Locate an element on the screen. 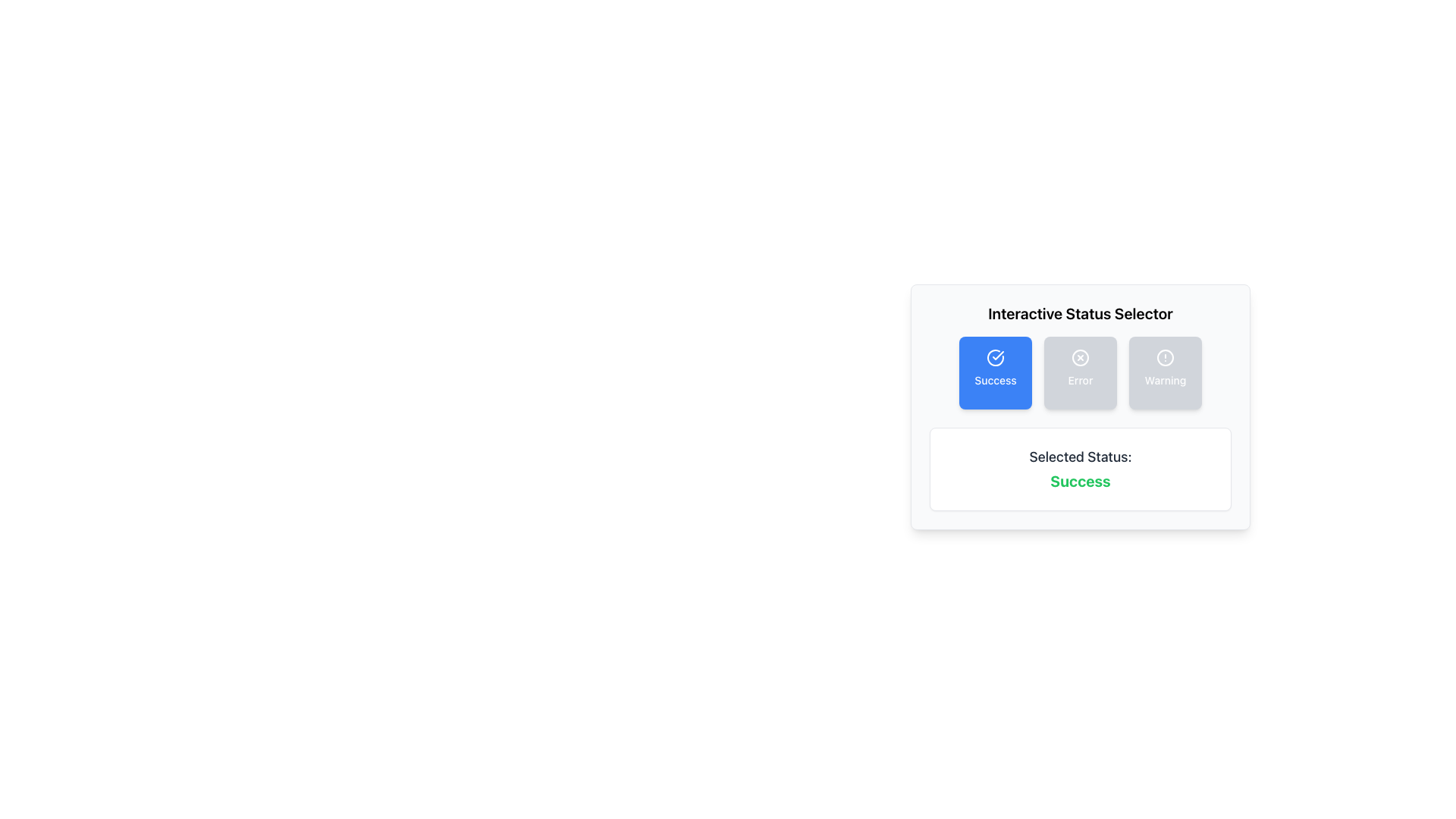 The width and height of the screenshot is (1456, 819). the circular warning icon with an exclamation mark, located within the gray square labeled 'Warning', which is the last item in the row of three items ('Success', 'Error', 'Warning') is located at coordinates (1164, 357).